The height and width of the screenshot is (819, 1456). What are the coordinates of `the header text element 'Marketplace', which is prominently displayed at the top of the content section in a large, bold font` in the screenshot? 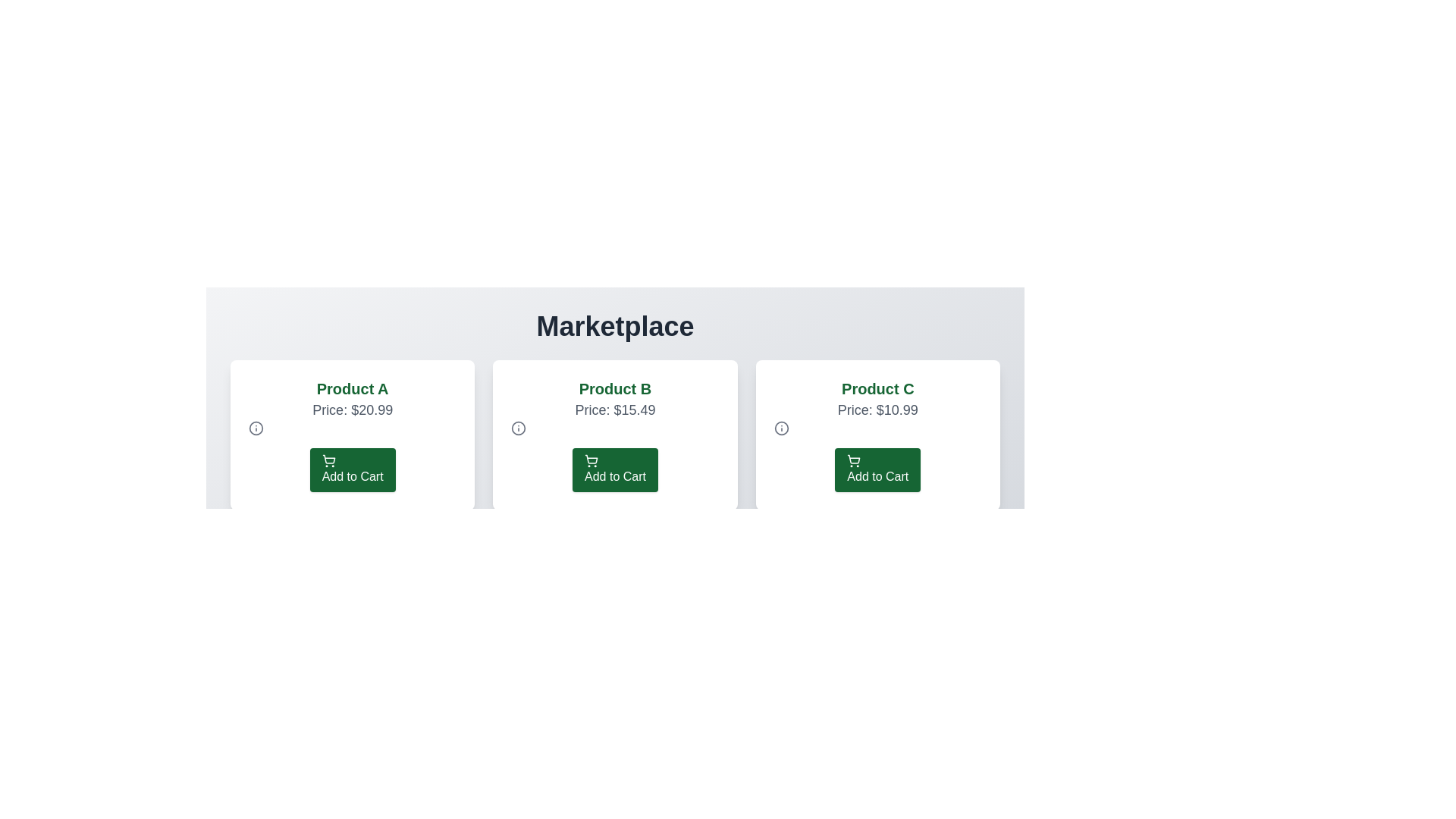 It's located at (615, 326).